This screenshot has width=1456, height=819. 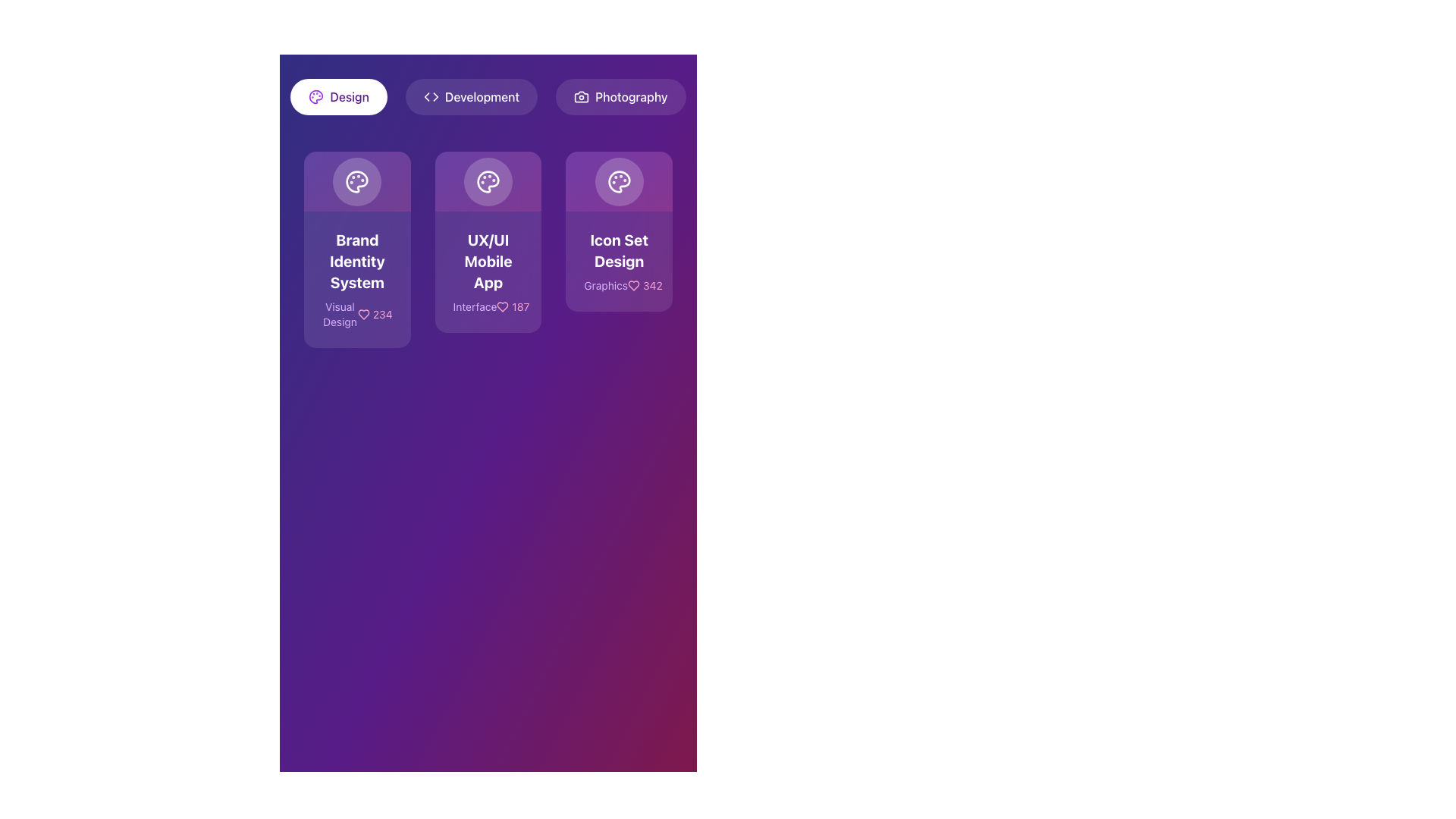 What do you see at coordinates (619, 180) in the screenshot?
I see `the visual representation of the decorative icon for the 'Icon Set Design' project, located at the top-center of the card labeled 'Graphics 342'` at bounding box center [619, 180].